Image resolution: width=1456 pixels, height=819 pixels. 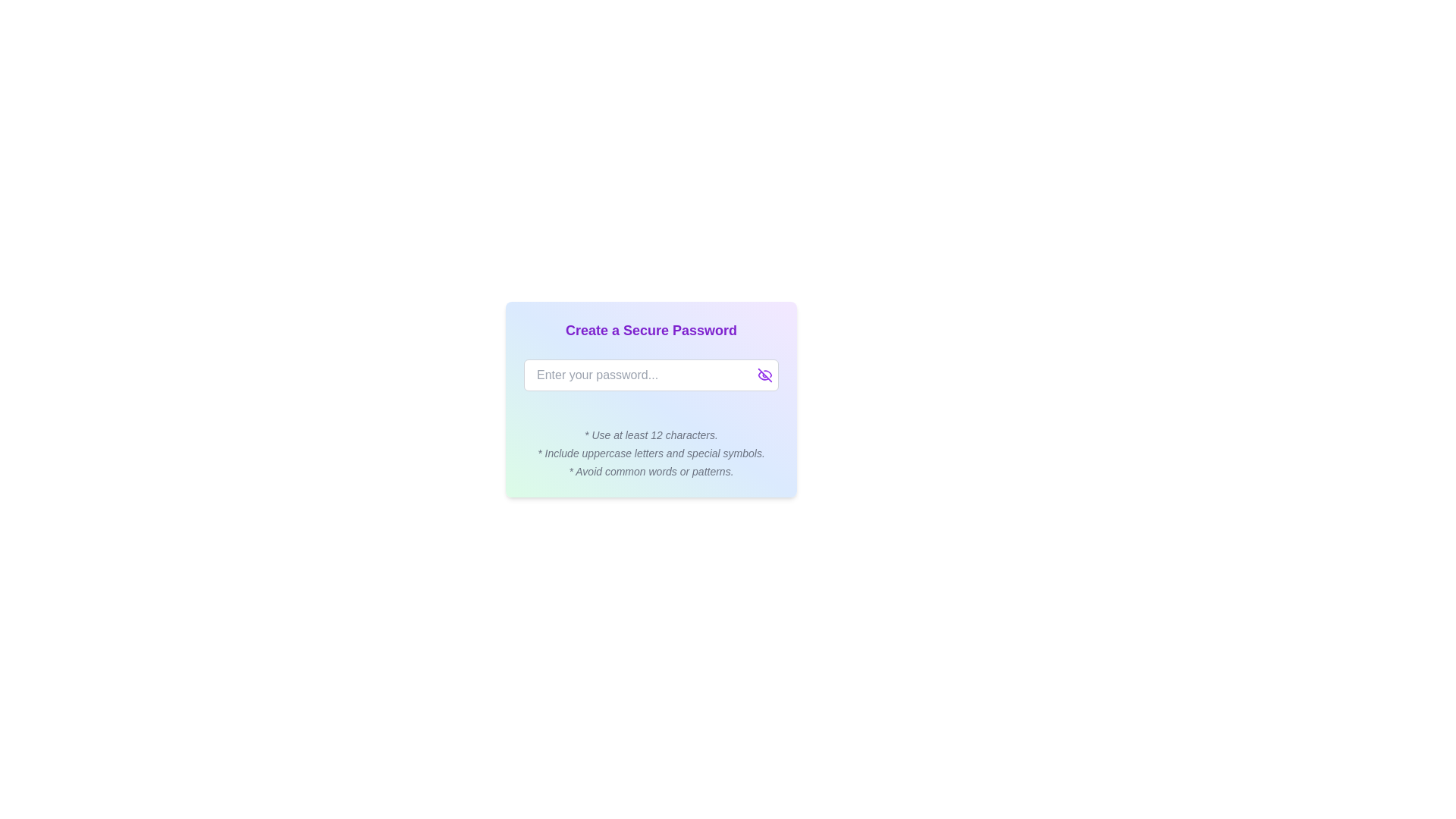 What do you see at coordinates (651, 452) in the screenshot?
I see `textual instruction labeled '* Include uppercase letters and special symbols.' which is the second line in a vertical list of password creation guidelines` at bounding box center [651, 452].